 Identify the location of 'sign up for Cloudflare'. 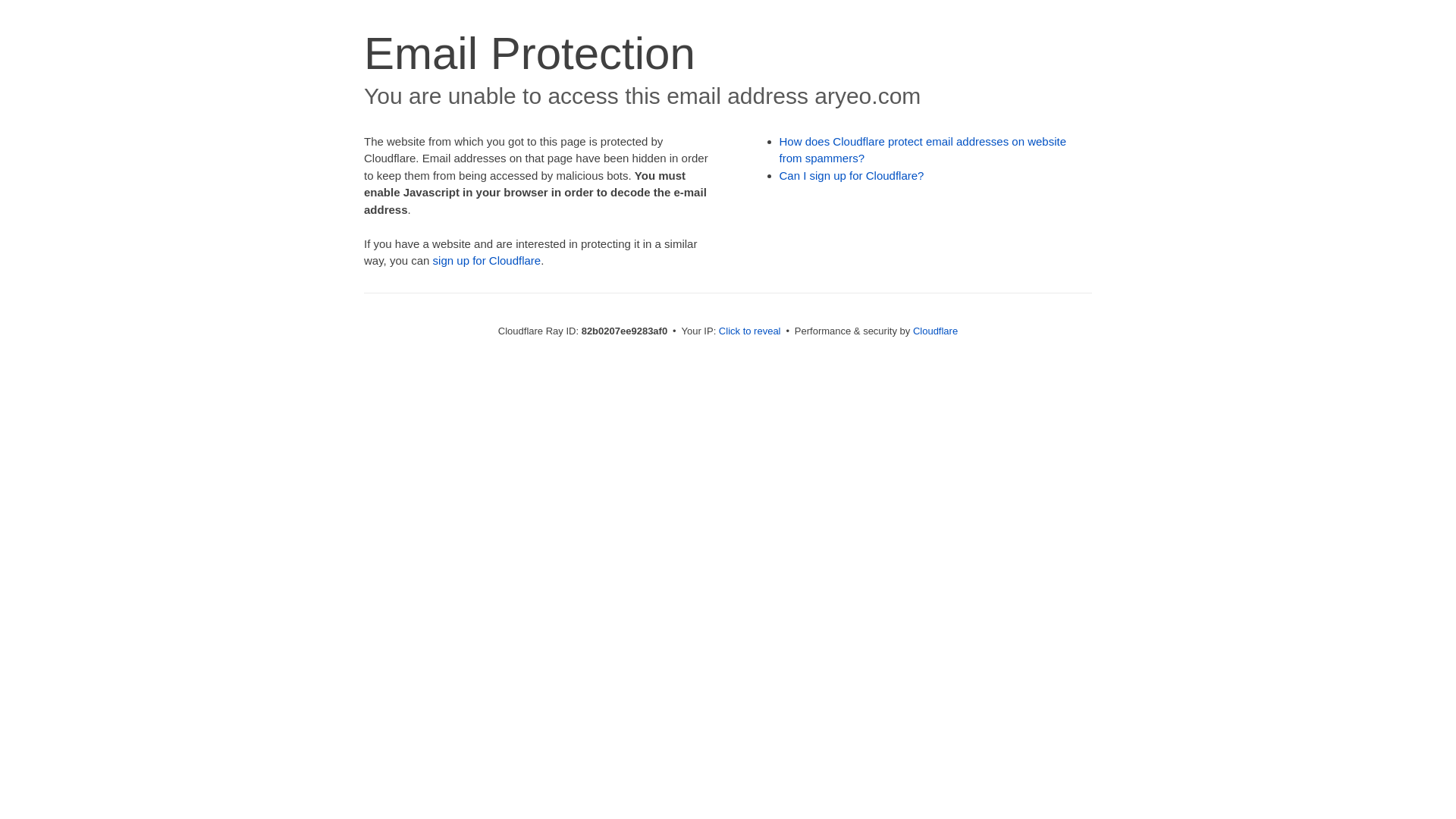
(432, 259).